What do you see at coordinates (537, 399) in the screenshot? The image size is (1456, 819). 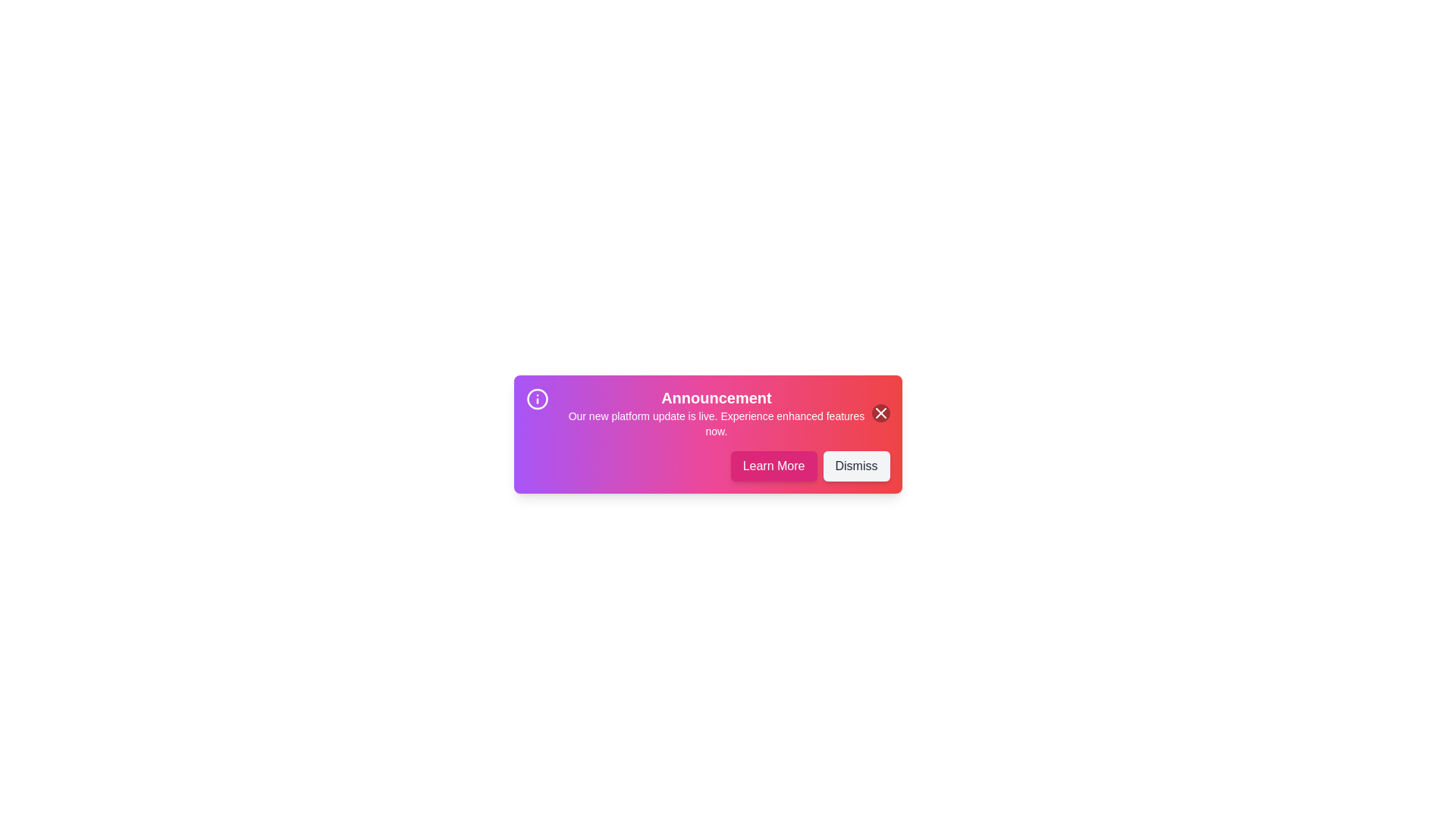 I see `the information icon to view its tooltip` at bounding box center [537, 399].